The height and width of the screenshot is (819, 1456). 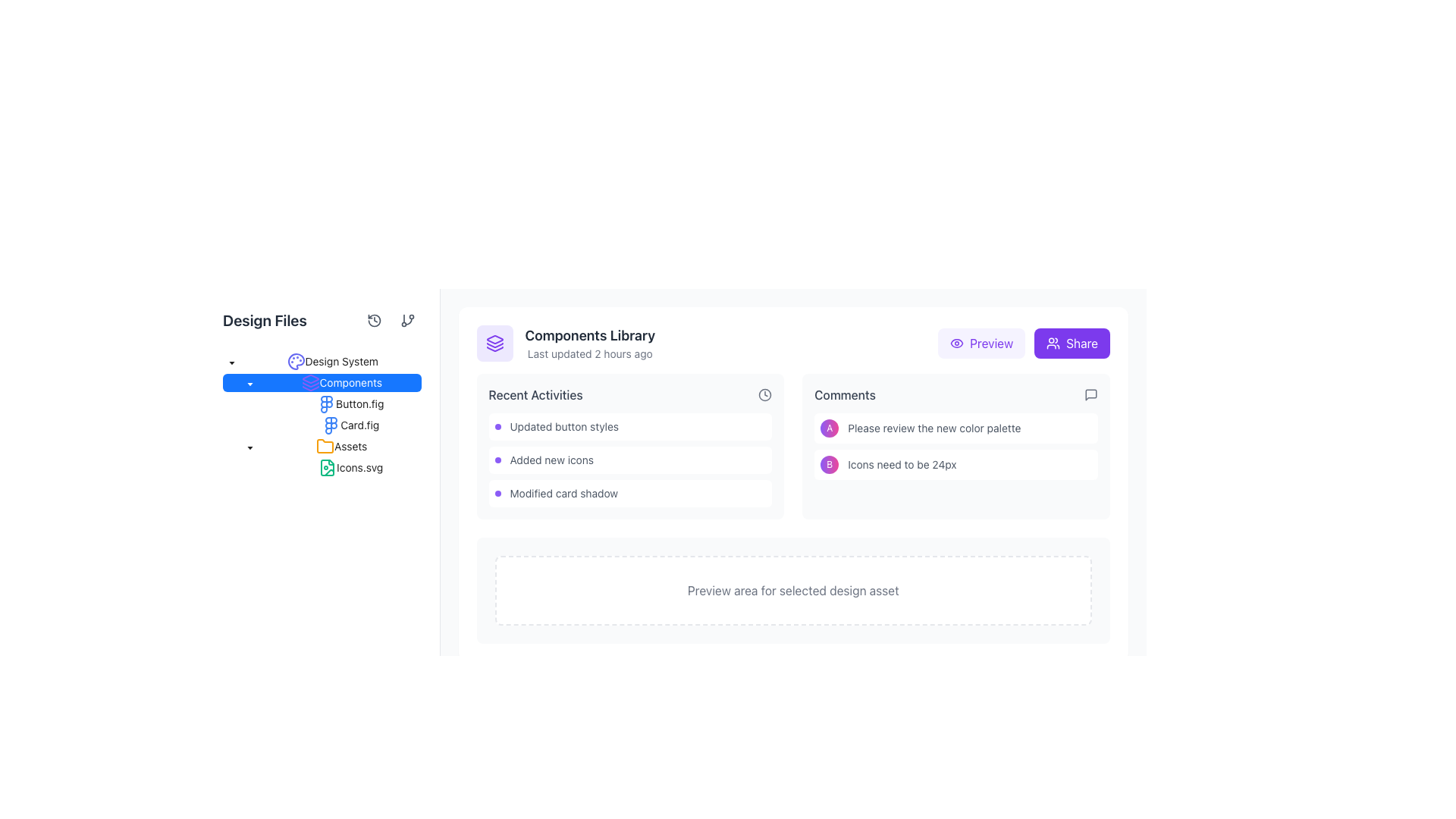 What do you see at coordinates (955, 394) in the screenshot?
I see `the Section Header with Icon that labels the comments section` at bounding box center [955, 394].